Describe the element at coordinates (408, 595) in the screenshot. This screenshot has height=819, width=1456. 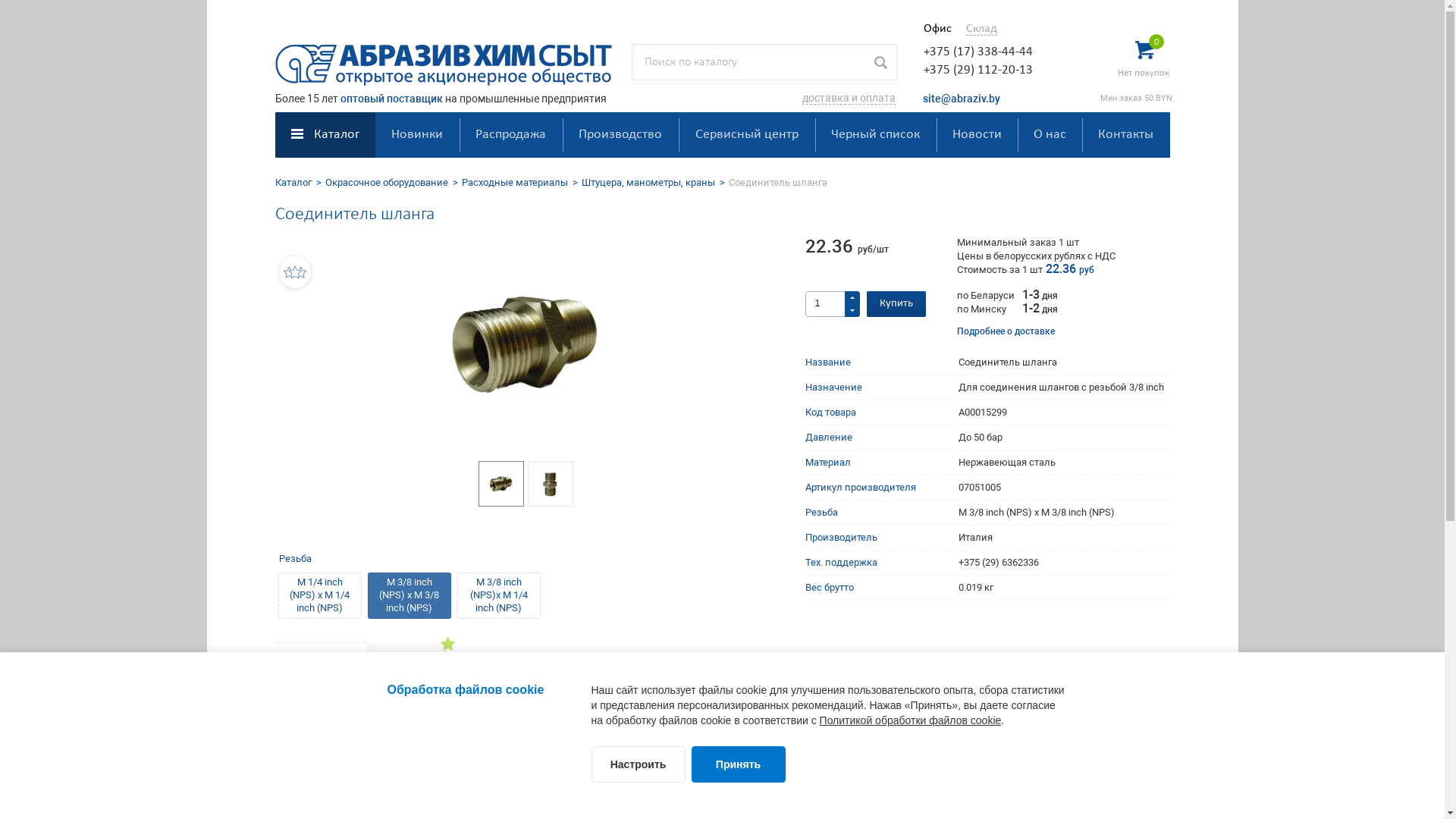
I see `'M 3/8 inch (NPS) x M 3/8 inch (NPS)'` at that location.